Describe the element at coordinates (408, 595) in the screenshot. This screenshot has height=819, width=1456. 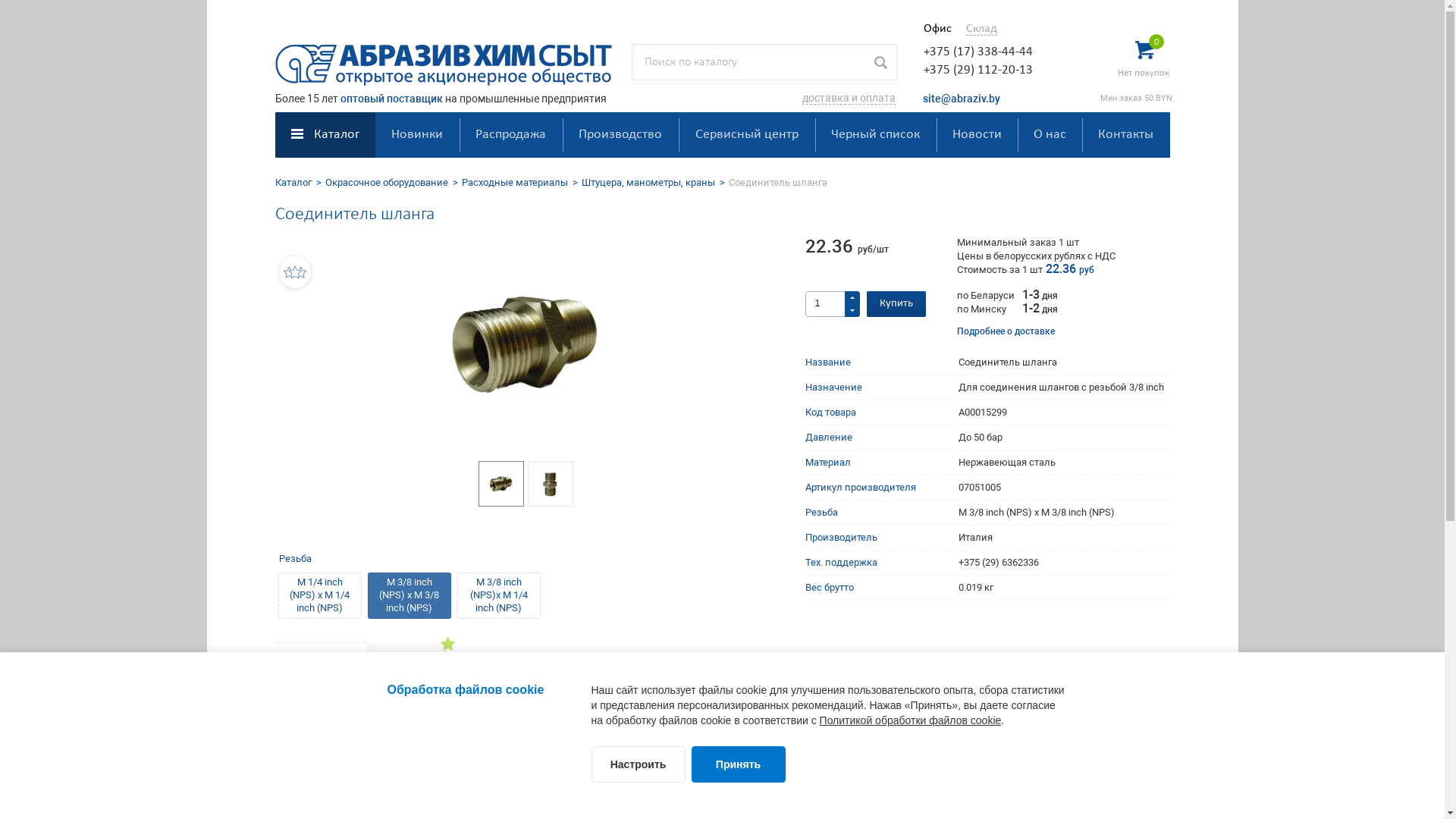
I see `'M 3/8 inch (NPS) x M 3/8 inch (NPS)'` at that location.